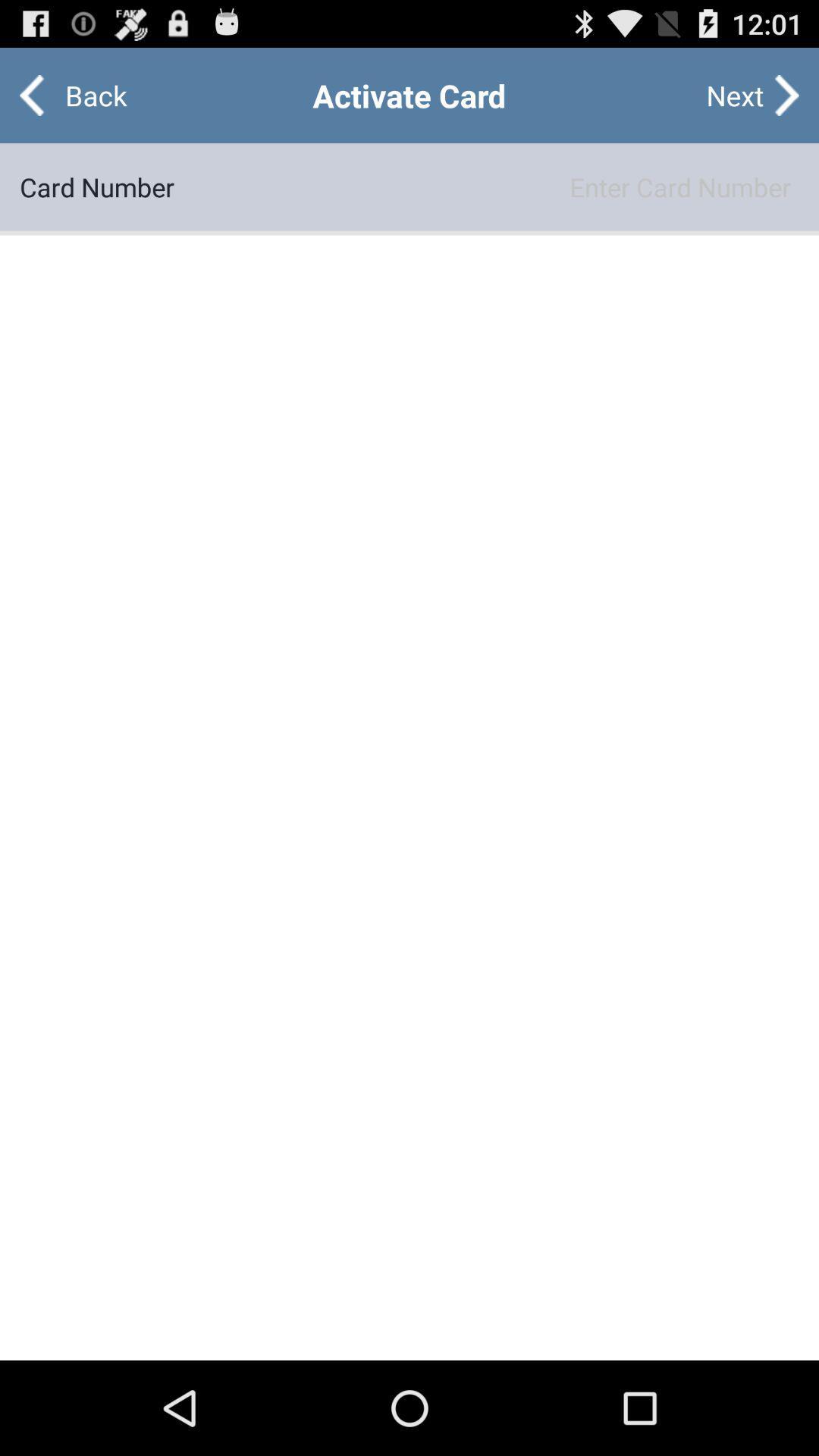  What do you see at coordinates (486, 186) in the screenshot?
I see `card number` at bounding box center [486, 186].